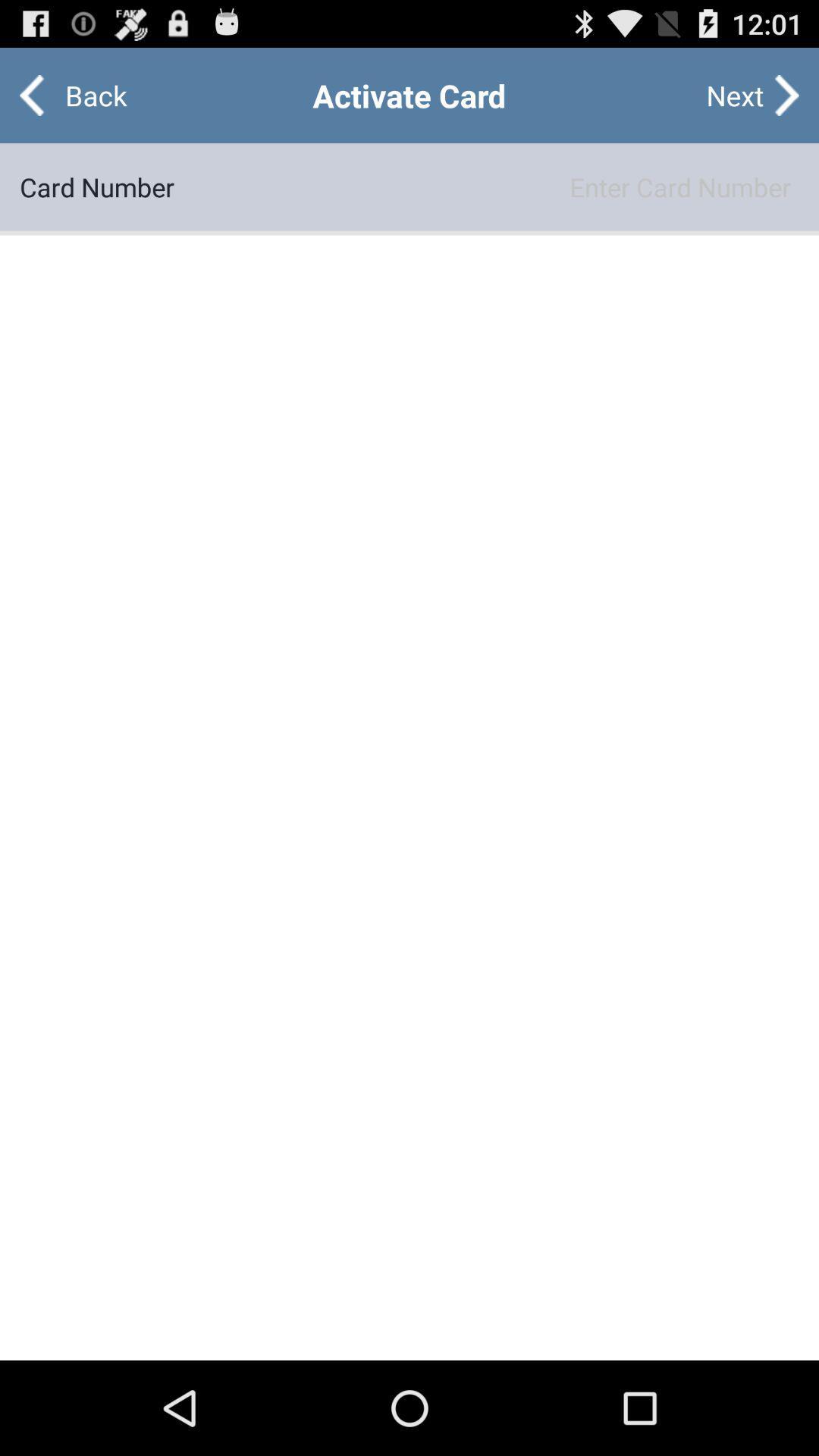  What do you see at coordinates (486, 186) in the screenshot?
I see `card number` at bounding box center [486, 186].